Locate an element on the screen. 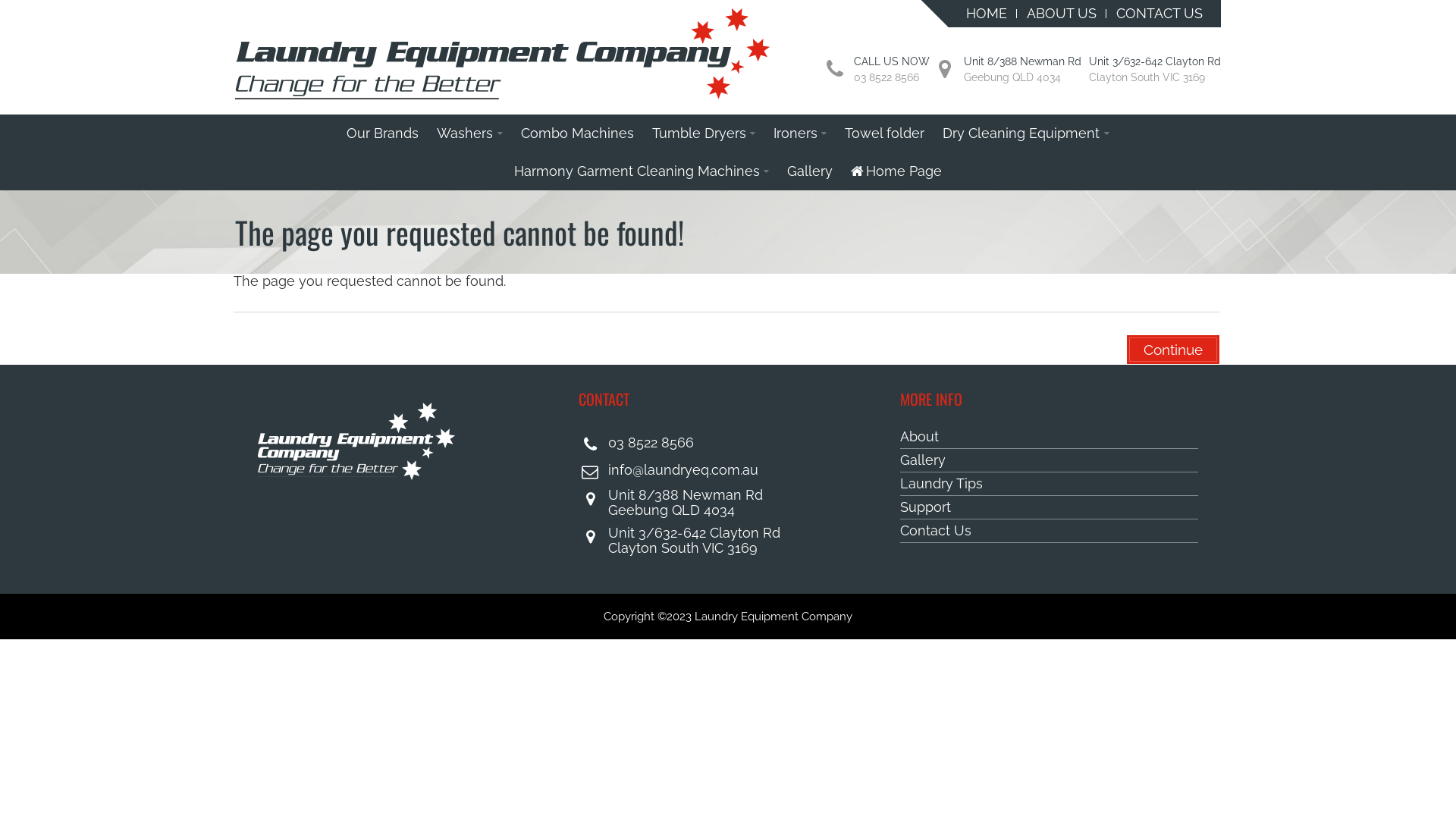 Image resolution: width=1456 pixels, height=819 pixels. 'Towel folder' is located at coordinates (835, 133).